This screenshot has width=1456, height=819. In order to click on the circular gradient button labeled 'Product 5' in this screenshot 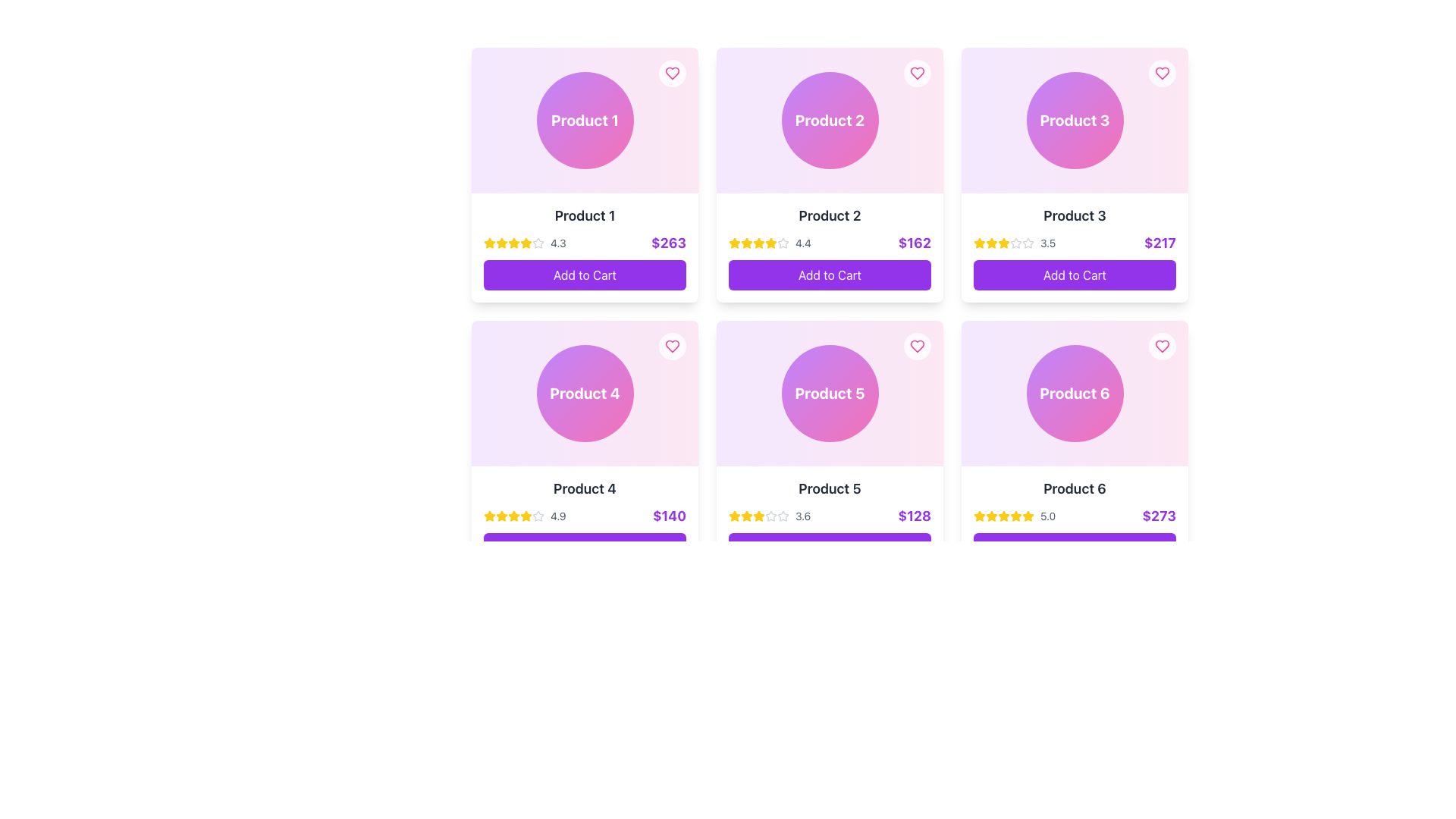, I will do `click(829, 393)`.